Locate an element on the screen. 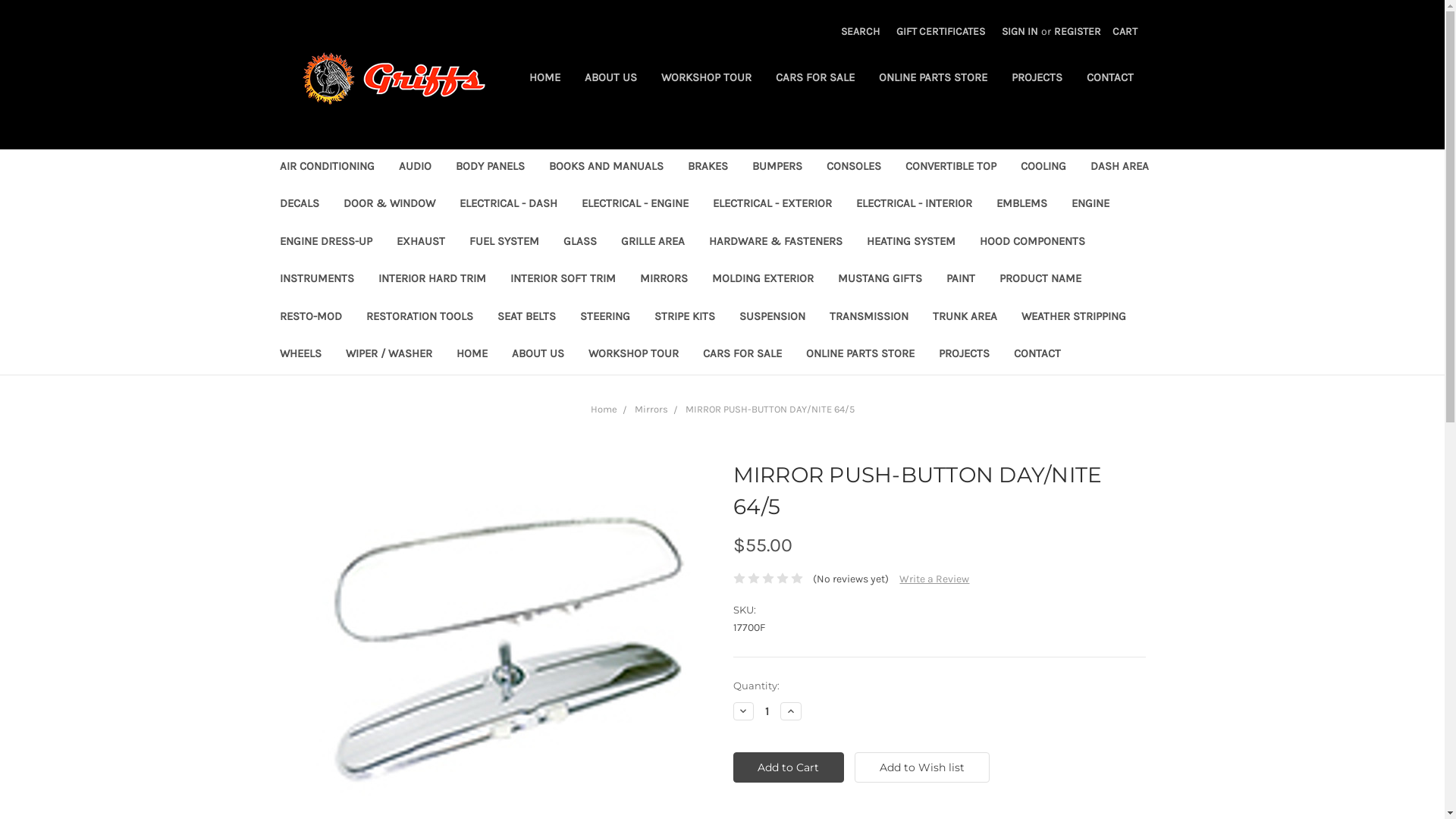 This screenshot has height=819, width=1456. 'INSTRUMENTS' is located at coordinates (315, 280).